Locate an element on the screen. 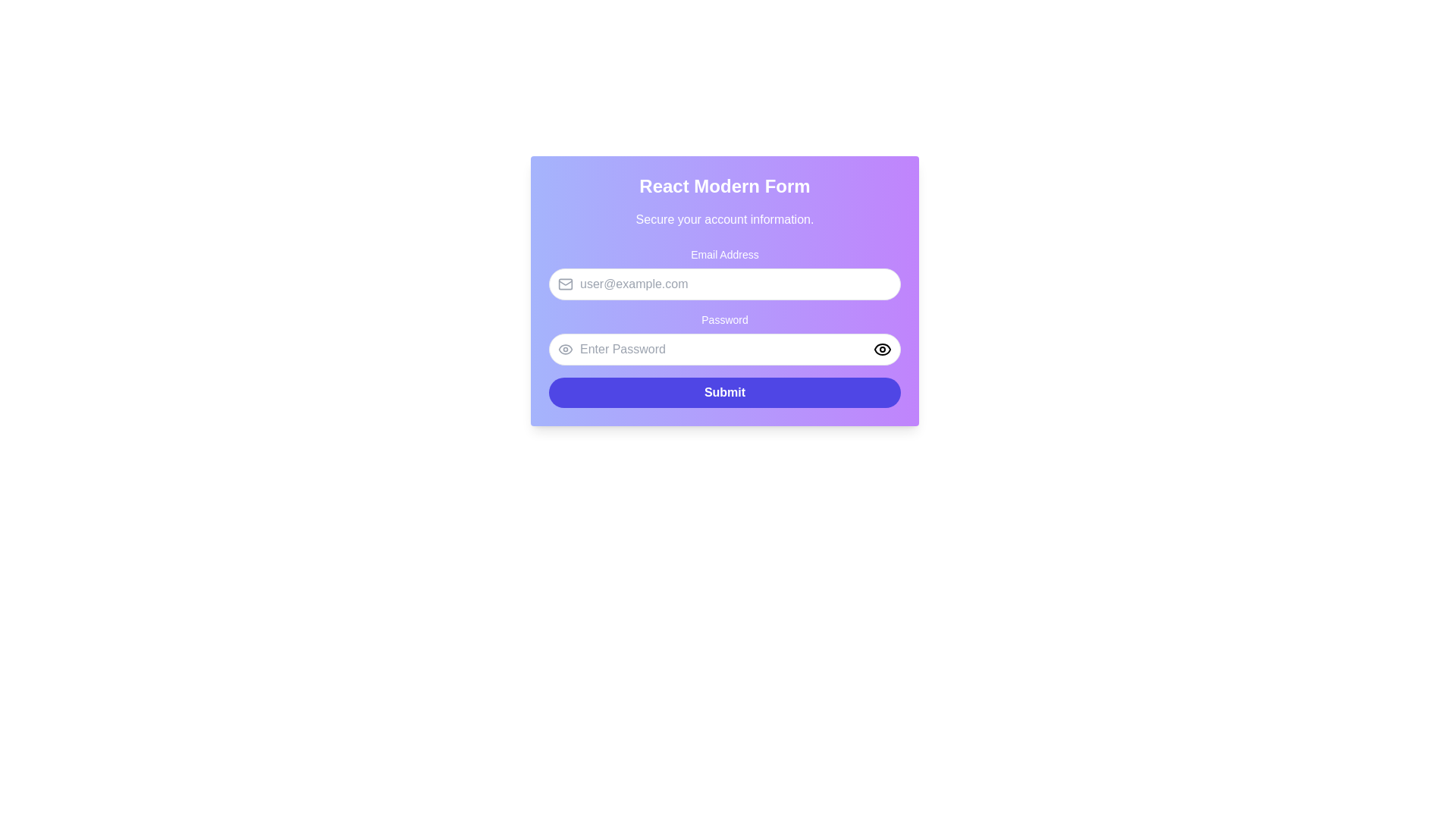 Image resolution: width=1456 pixels, height=819 pixels. the 'Email Address' text label, which is styled with white font color and is positioned above the email input field at the top-center of the form layout is located at coordinates (723, 253).